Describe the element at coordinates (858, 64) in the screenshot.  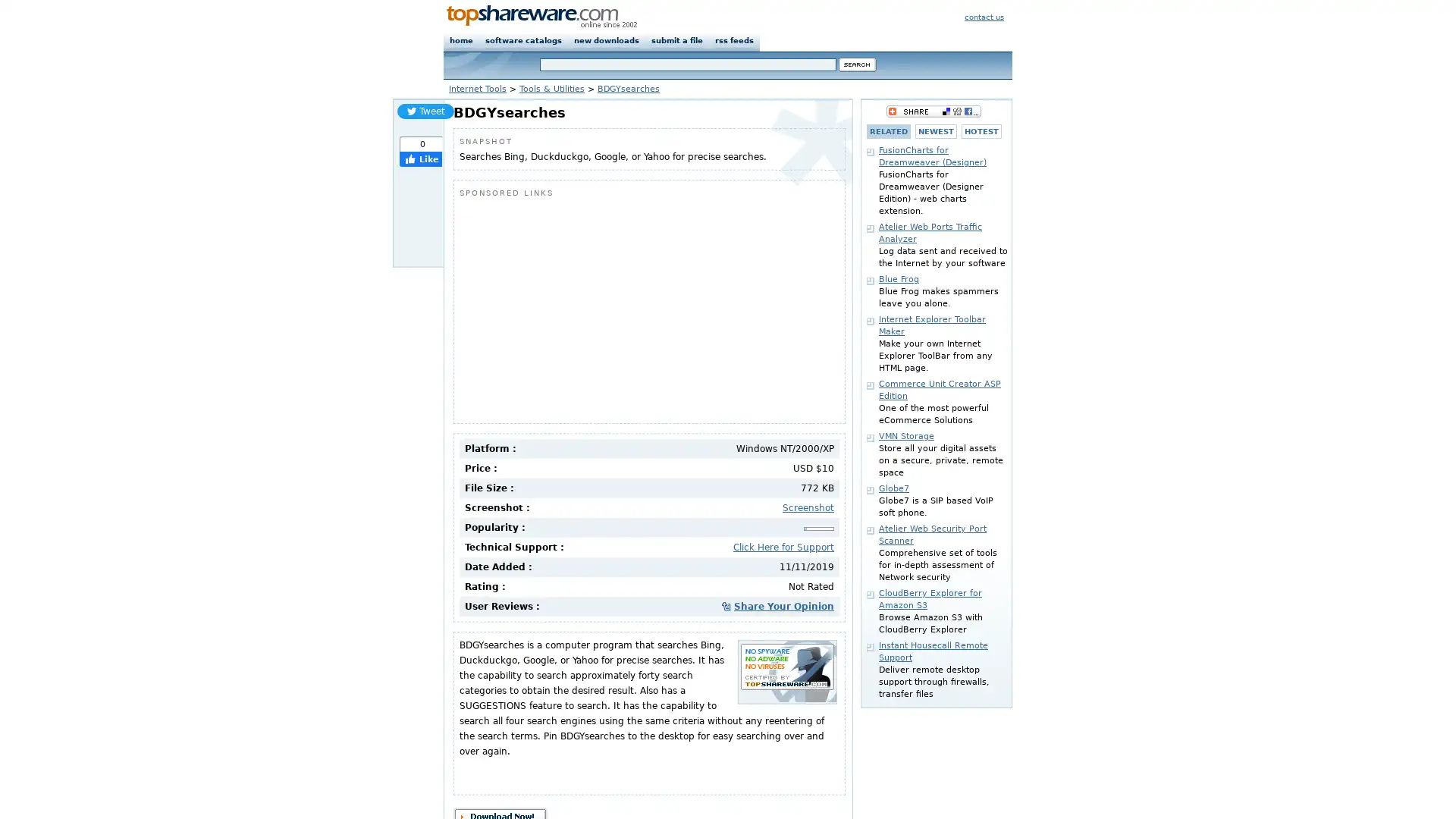
I see `Search` at that location.